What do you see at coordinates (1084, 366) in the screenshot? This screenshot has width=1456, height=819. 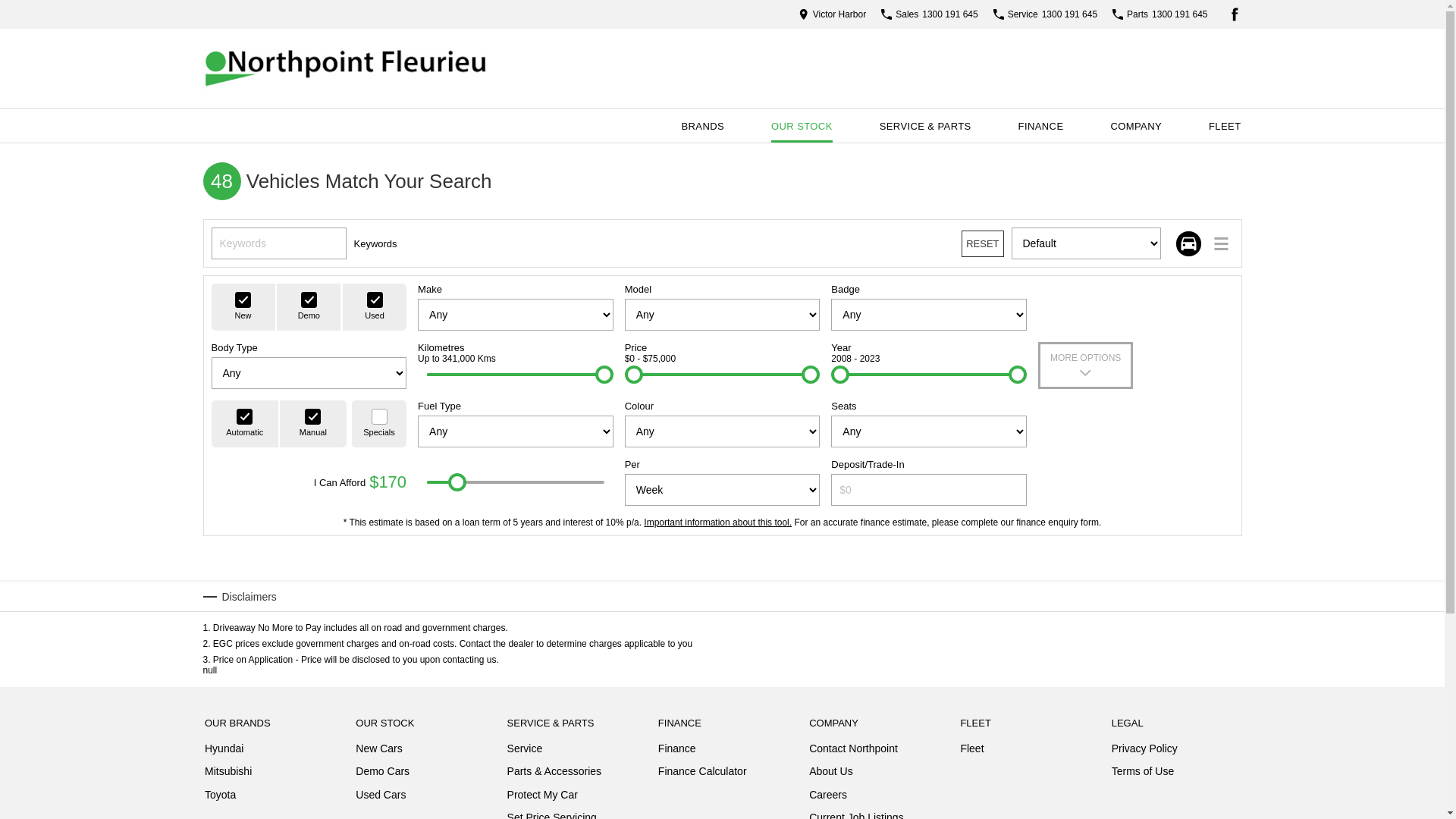 I see `'MORE OPTIONS'` at bounding box center [1084, 366].